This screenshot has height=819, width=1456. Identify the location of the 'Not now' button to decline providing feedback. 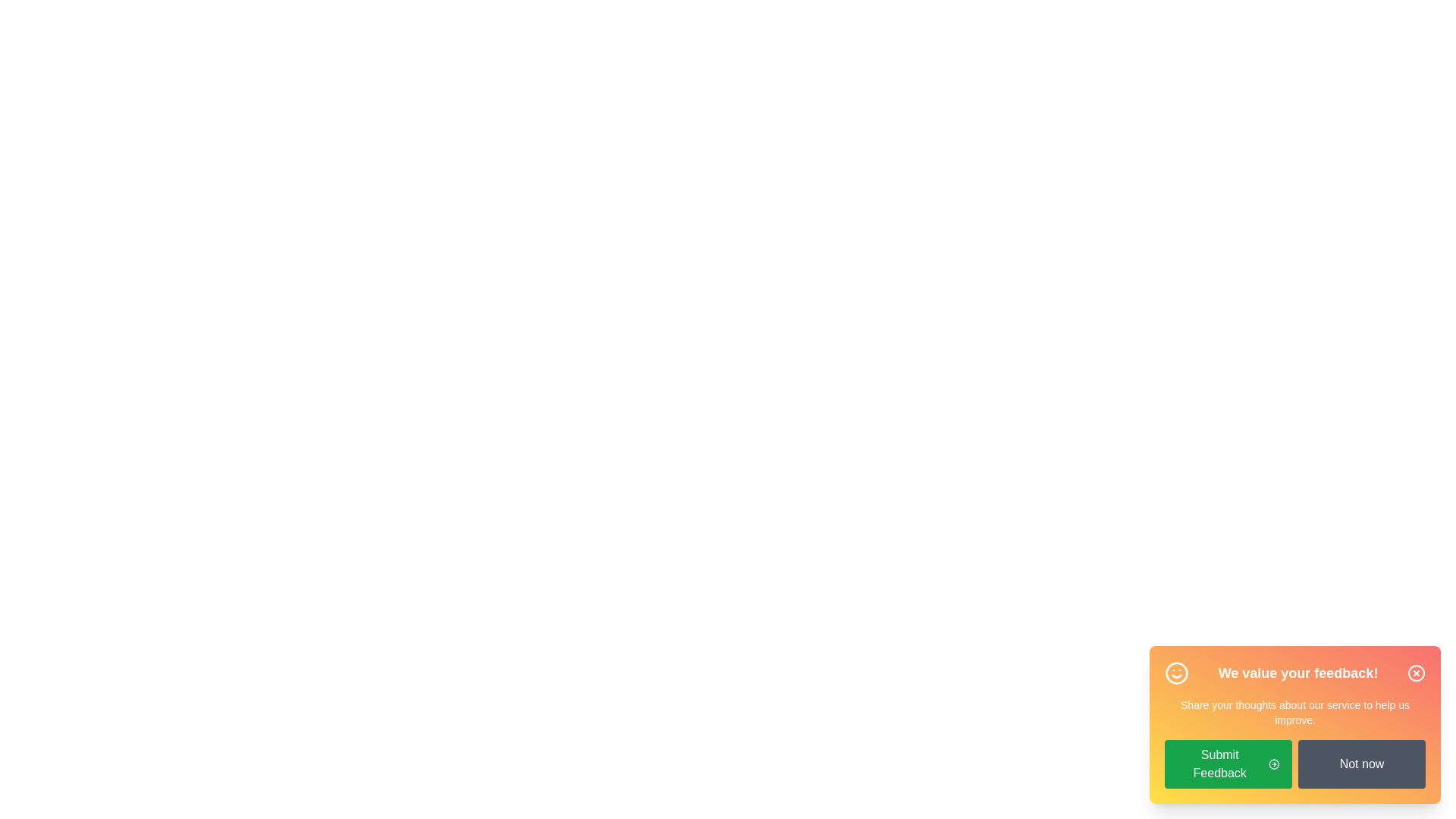
(1361, 764).